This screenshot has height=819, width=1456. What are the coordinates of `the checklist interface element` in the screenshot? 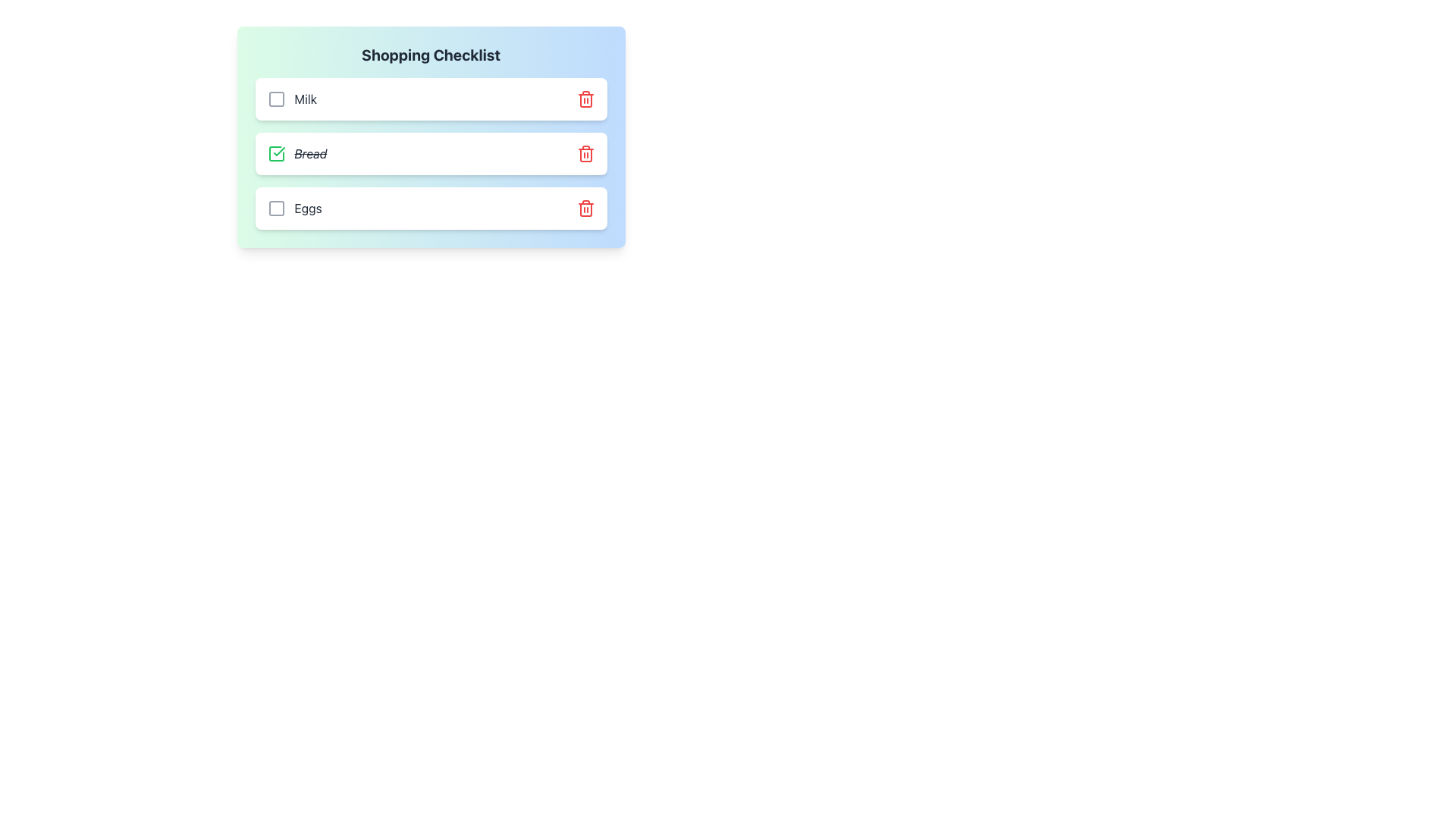 It's located at (430, 137).